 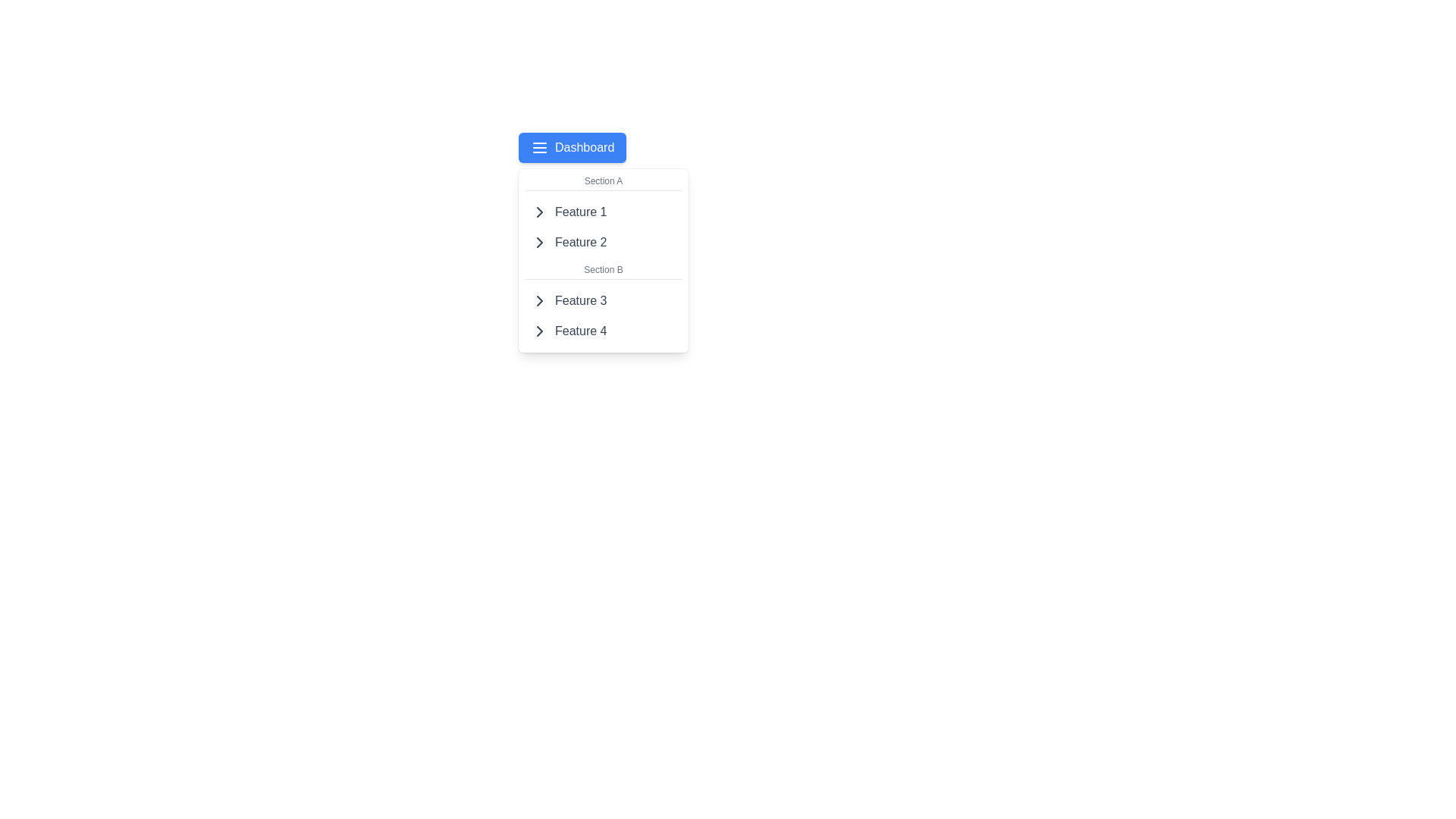 I want to click on the first menu item located under 'Section A', so click(x=603, y=212).